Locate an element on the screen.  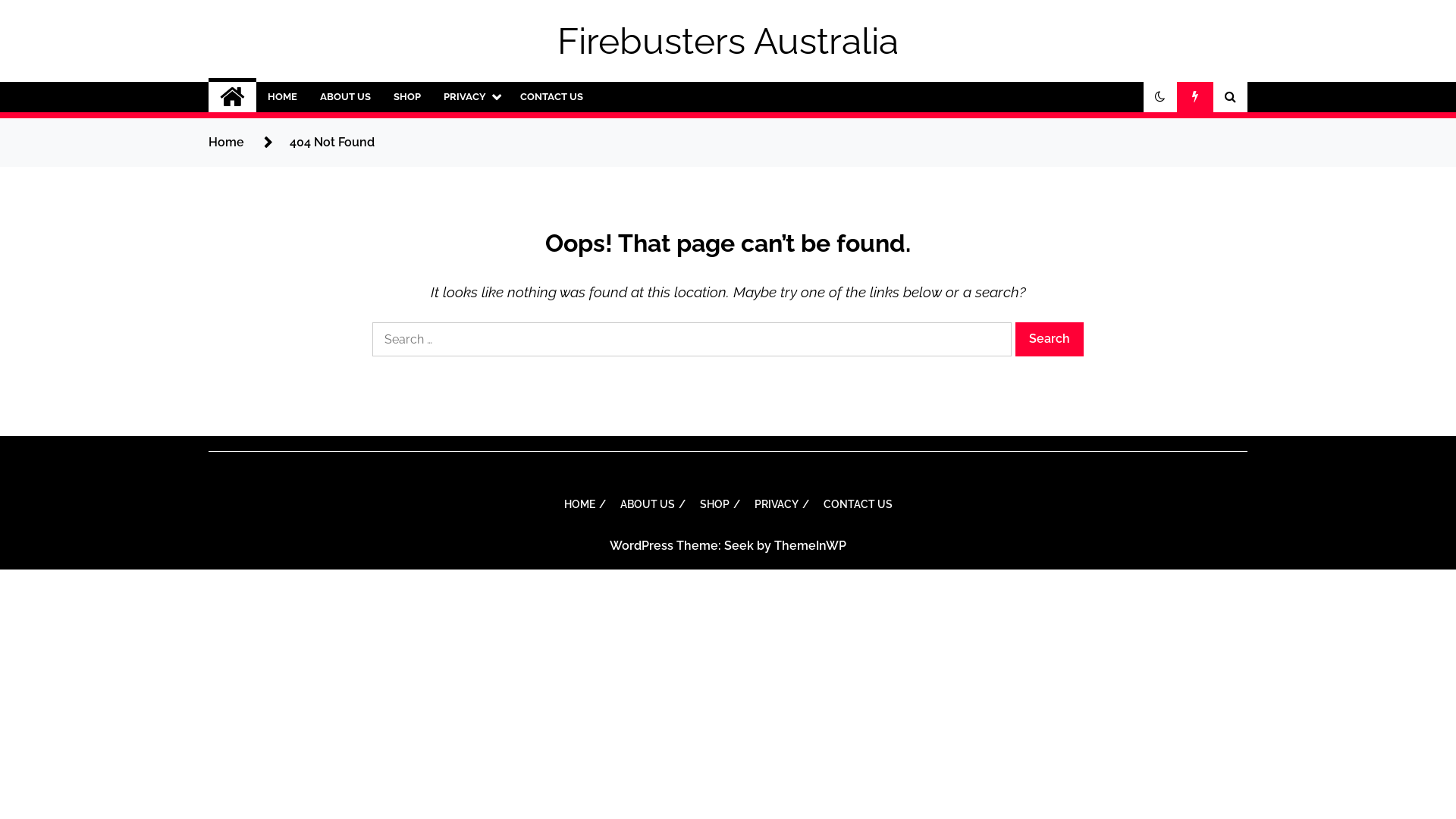
'Home' is located at coordinates (207, 142).